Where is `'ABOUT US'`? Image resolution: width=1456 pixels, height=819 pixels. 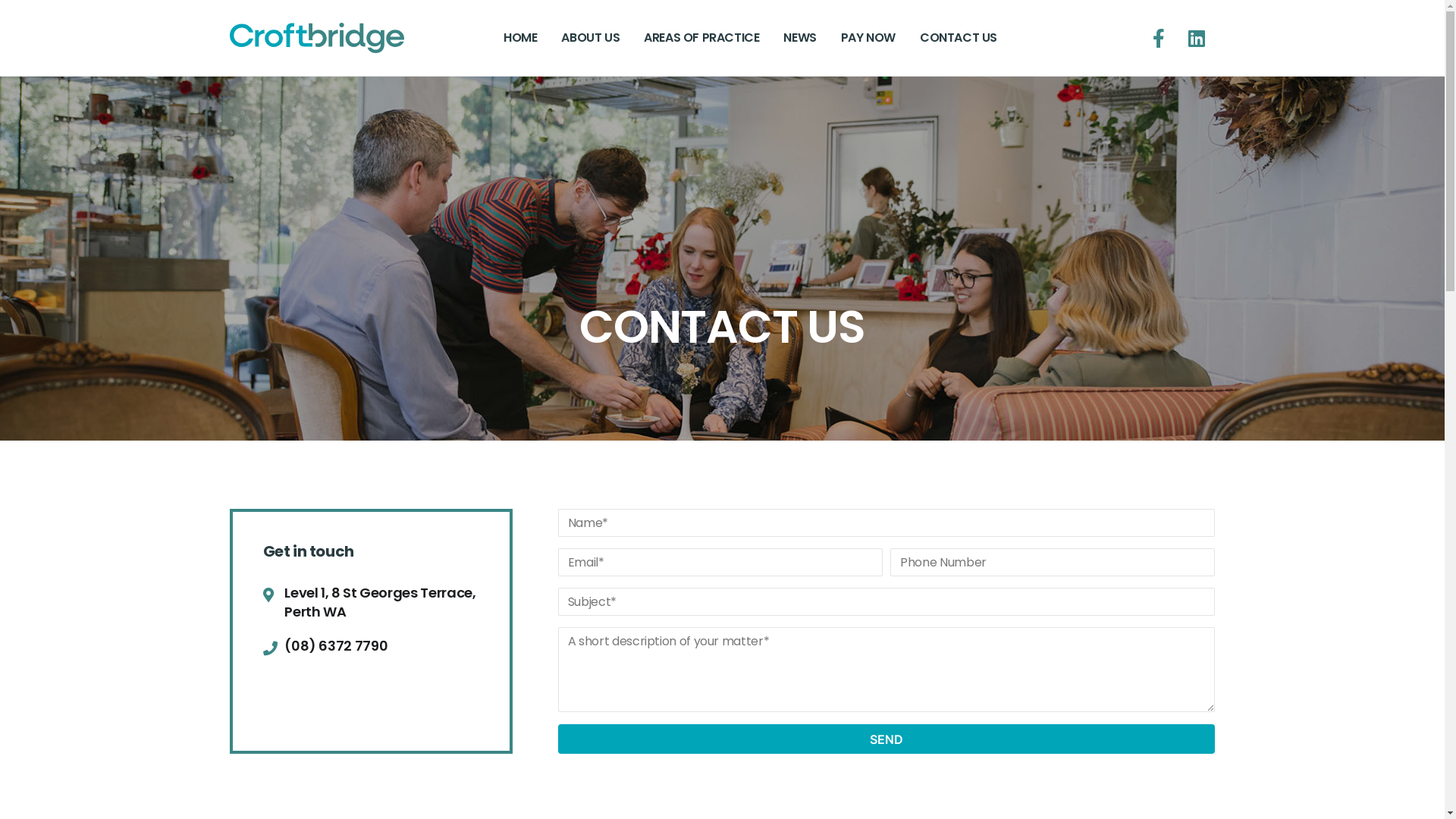 'ABOUT US' is located at coordinates (589, 37).